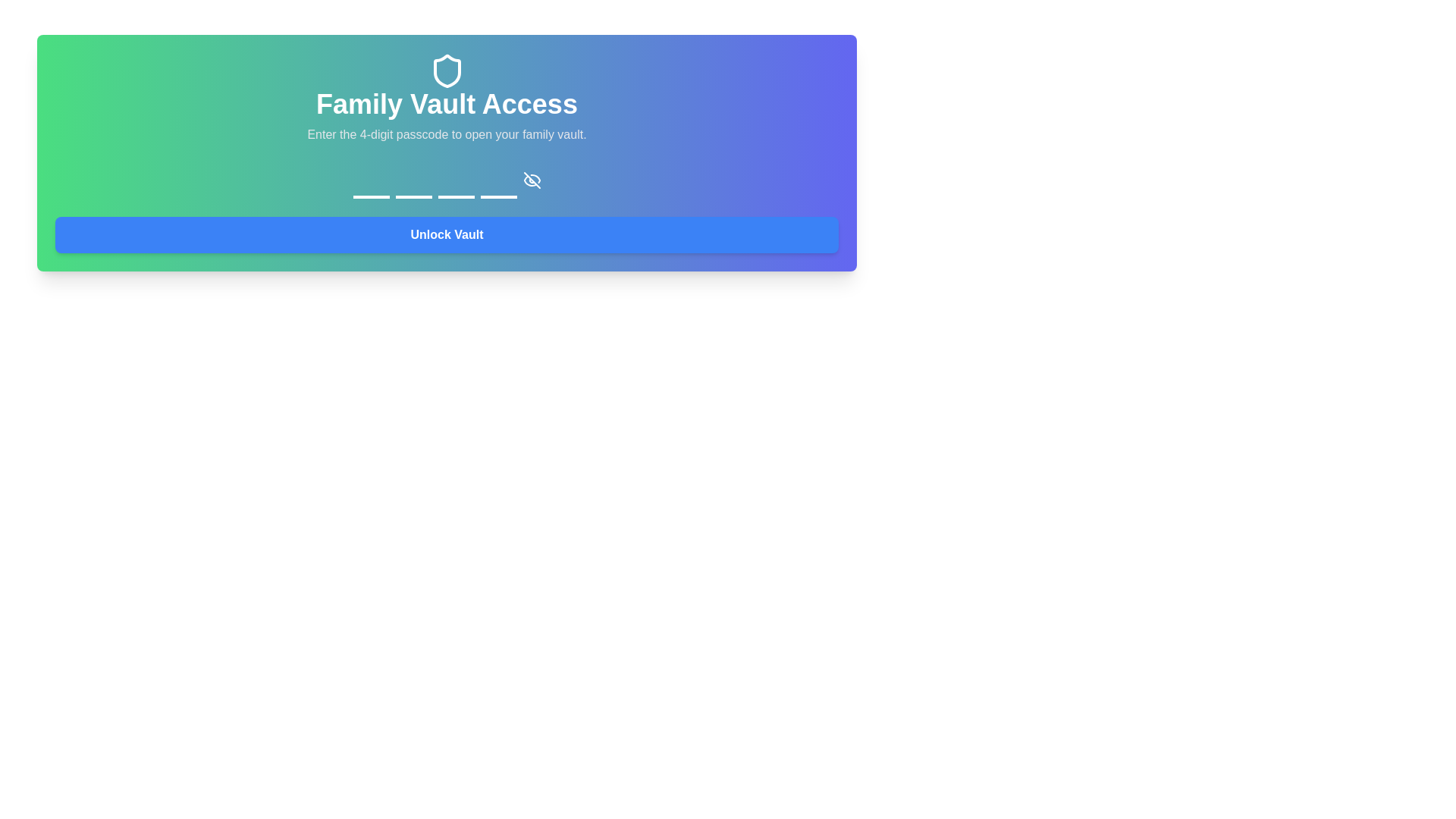 This screenshot has width=1456, height=819. Describe the element at coordinates (446, 133) in the screenshot. I see `the instructional text display that guides the user to enter a passcode for the family vault, located centrally below the title 'Family Vault Access'` at that location.